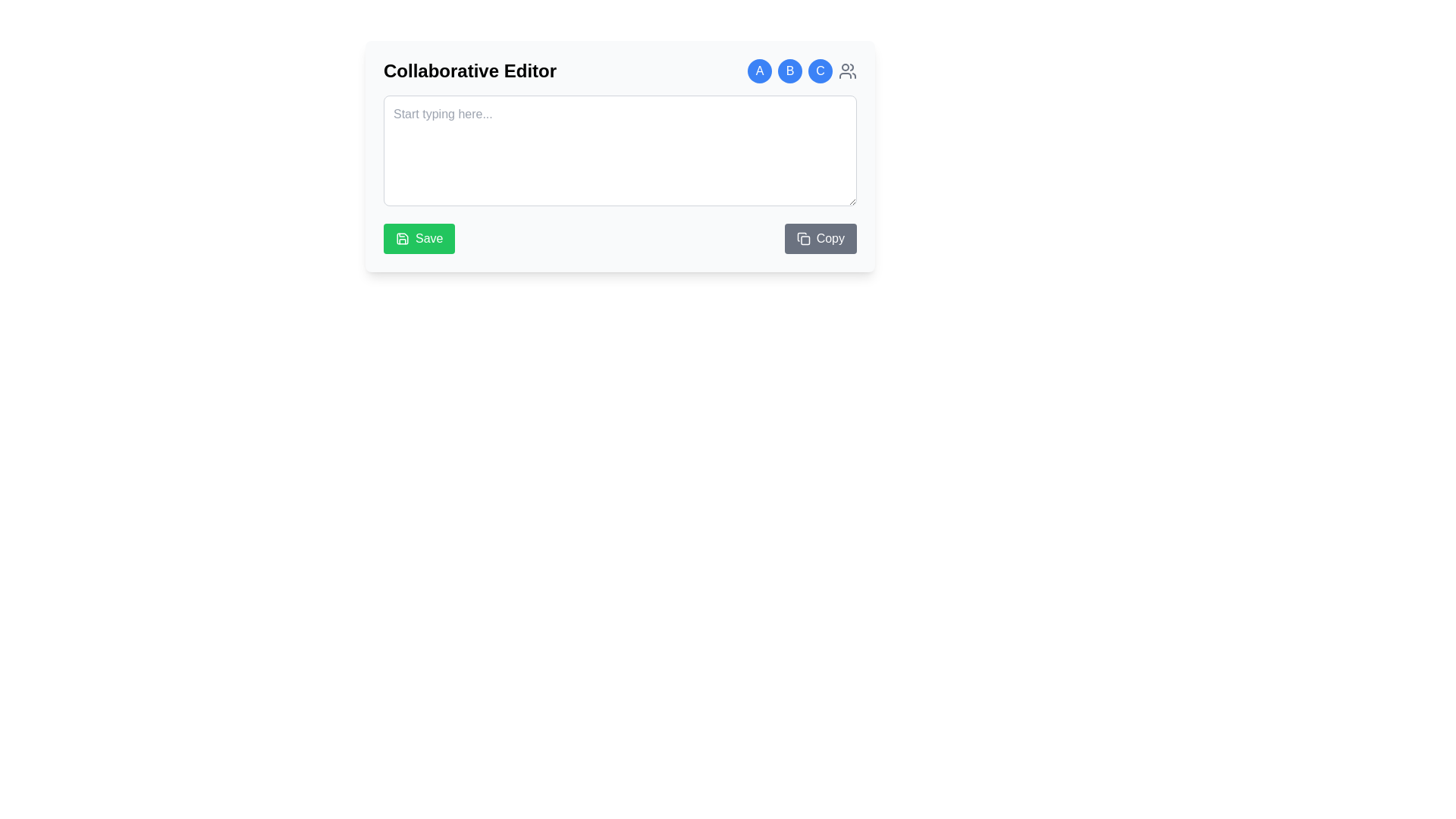  What do you see at coordinates (802, 239) in the screenshot?
I see `the clipboard icon located to the left of the 'Copy' text in the button with a gray background at the bottom-right corner of the input box` at bounding box center [802, 239].